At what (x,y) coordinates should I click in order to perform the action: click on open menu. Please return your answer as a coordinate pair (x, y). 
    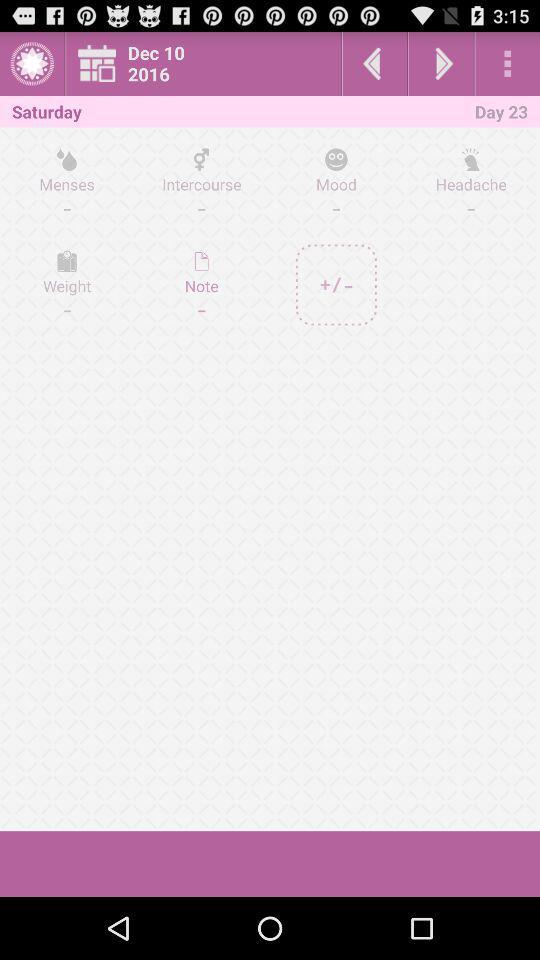
    Looking at the image, I should click on (507, 63).